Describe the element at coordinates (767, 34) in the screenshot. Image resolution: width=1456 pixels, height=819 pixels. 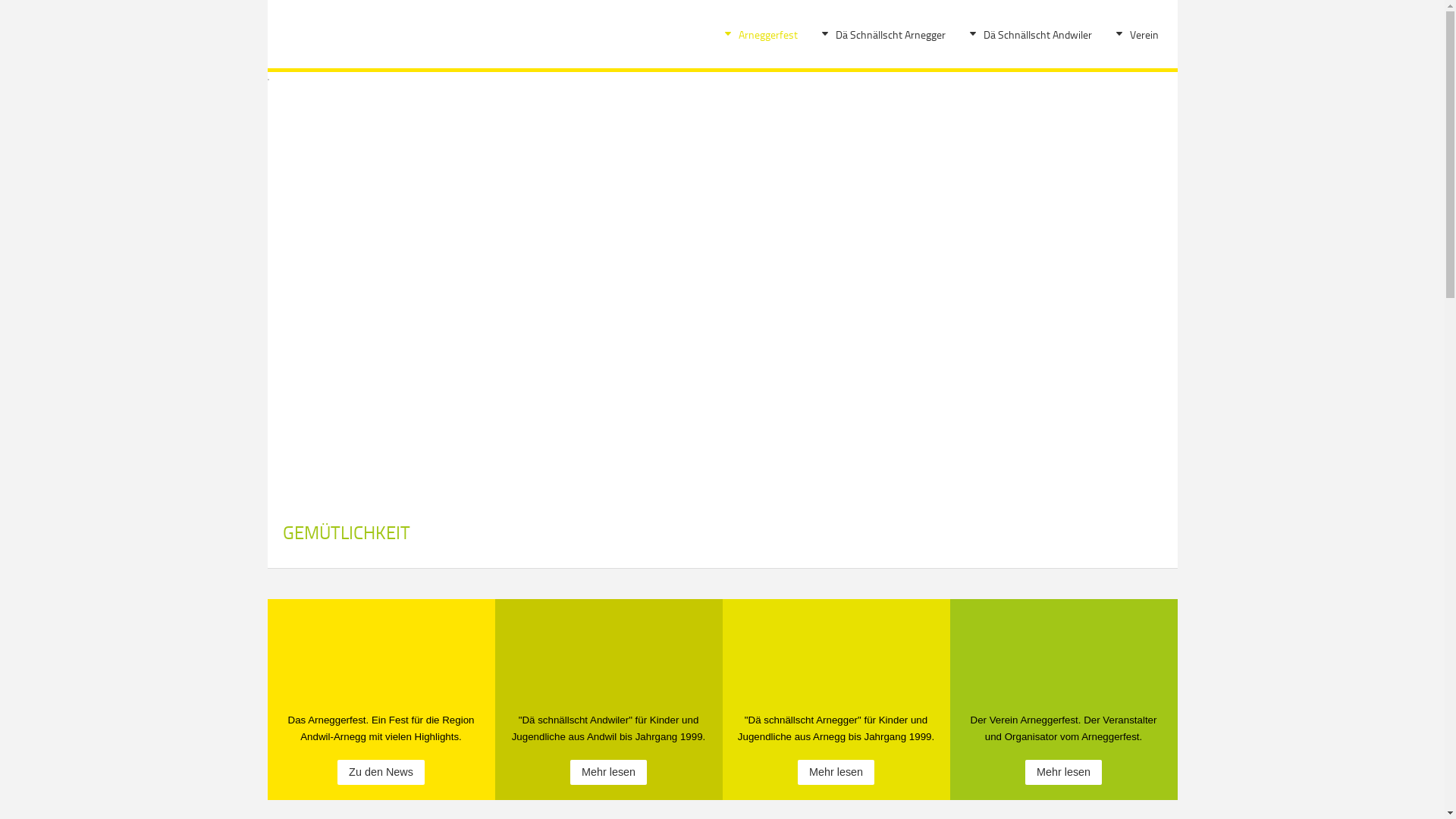
I see `'Arneggerfest'` at that location.